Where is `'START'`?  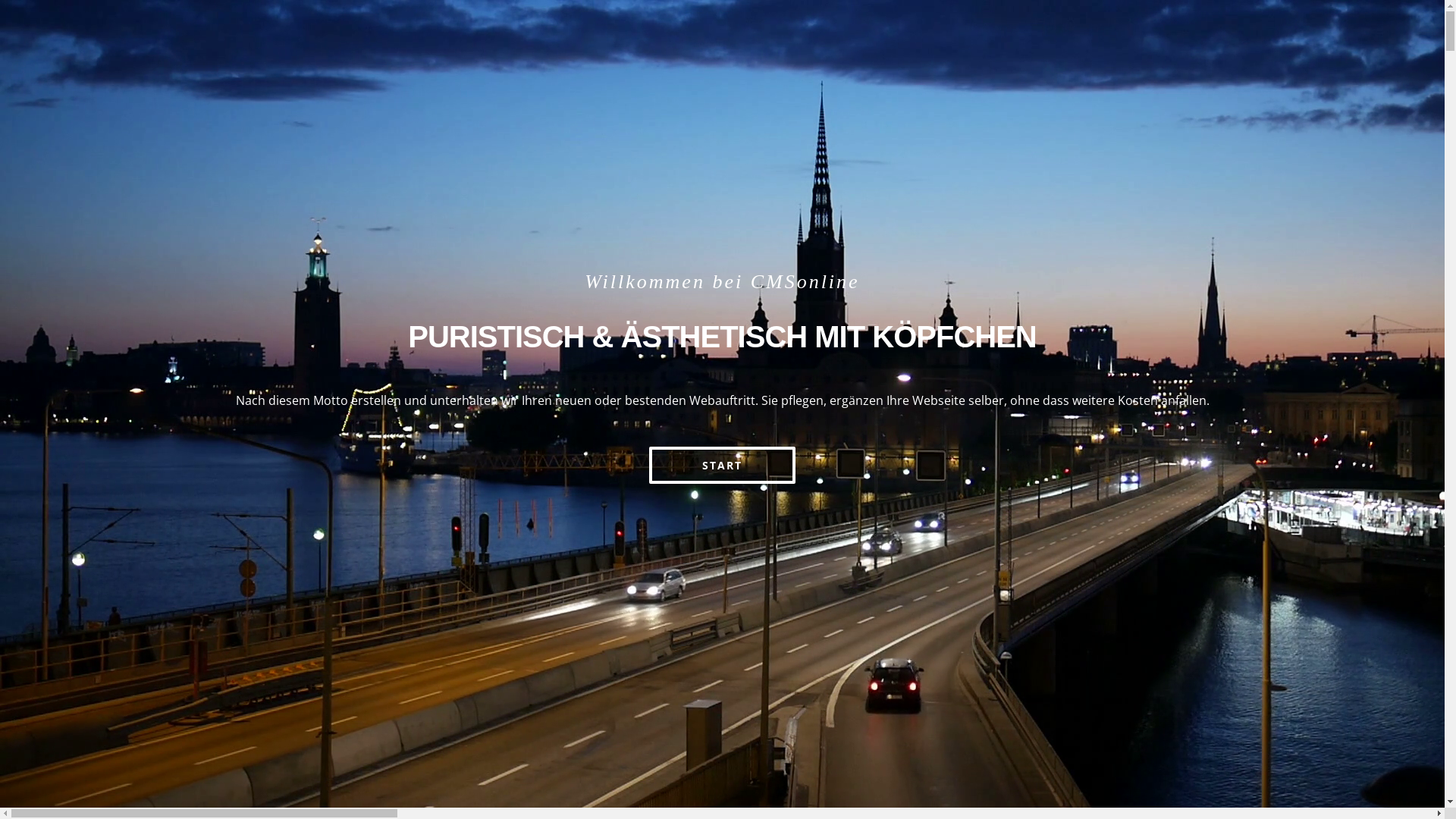 'START' is located at coordinates (721, 463).